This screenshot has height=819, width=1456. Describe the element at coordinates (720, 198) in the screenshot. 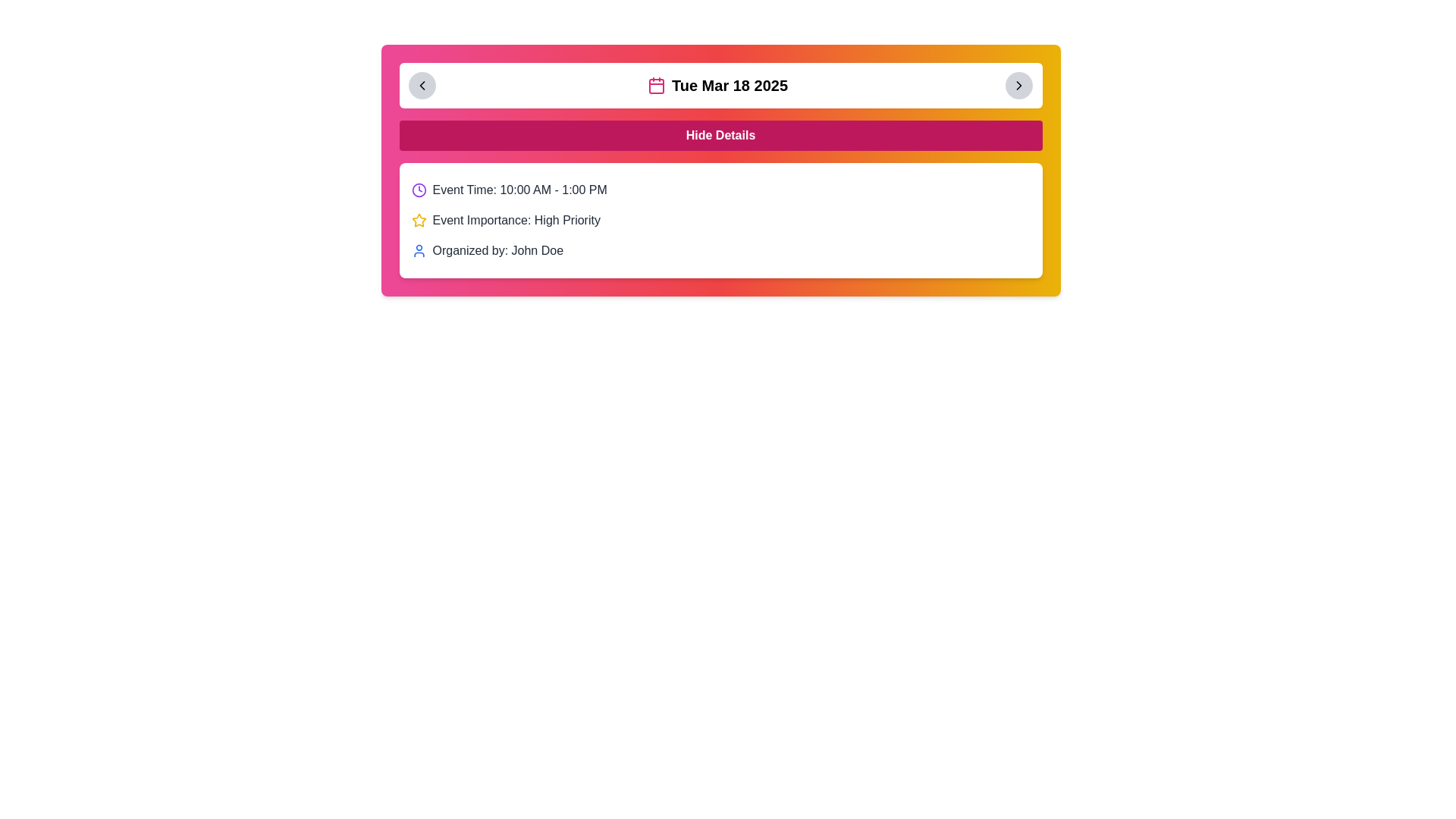

I see `the Informational section displaying event details, which includes the time, priority, and organizer, to clarify the information` at that location.